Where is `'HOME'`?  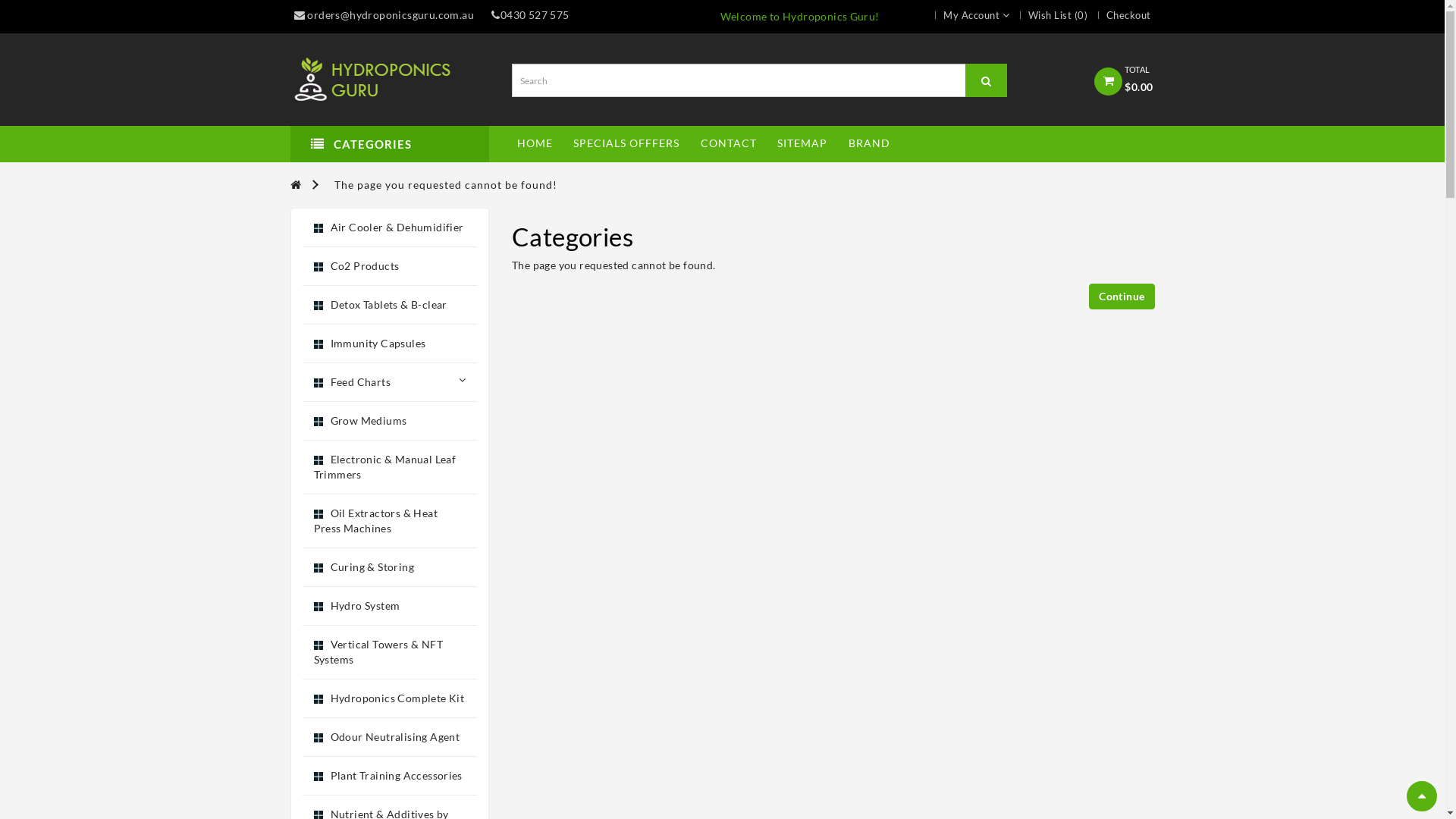
'HOME' is located at coordinates (535, 143).